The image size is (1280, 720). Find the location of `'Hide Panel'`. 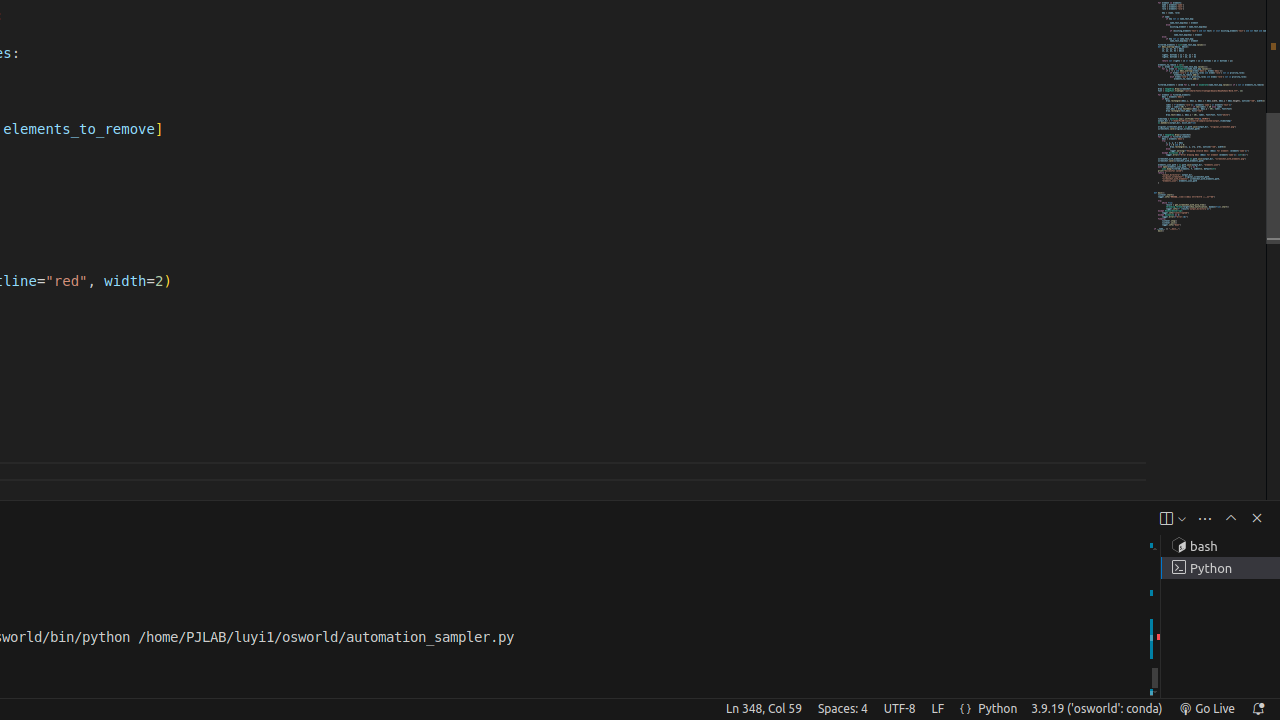

'Hide Panel' is located at coordinates (1255, 516).